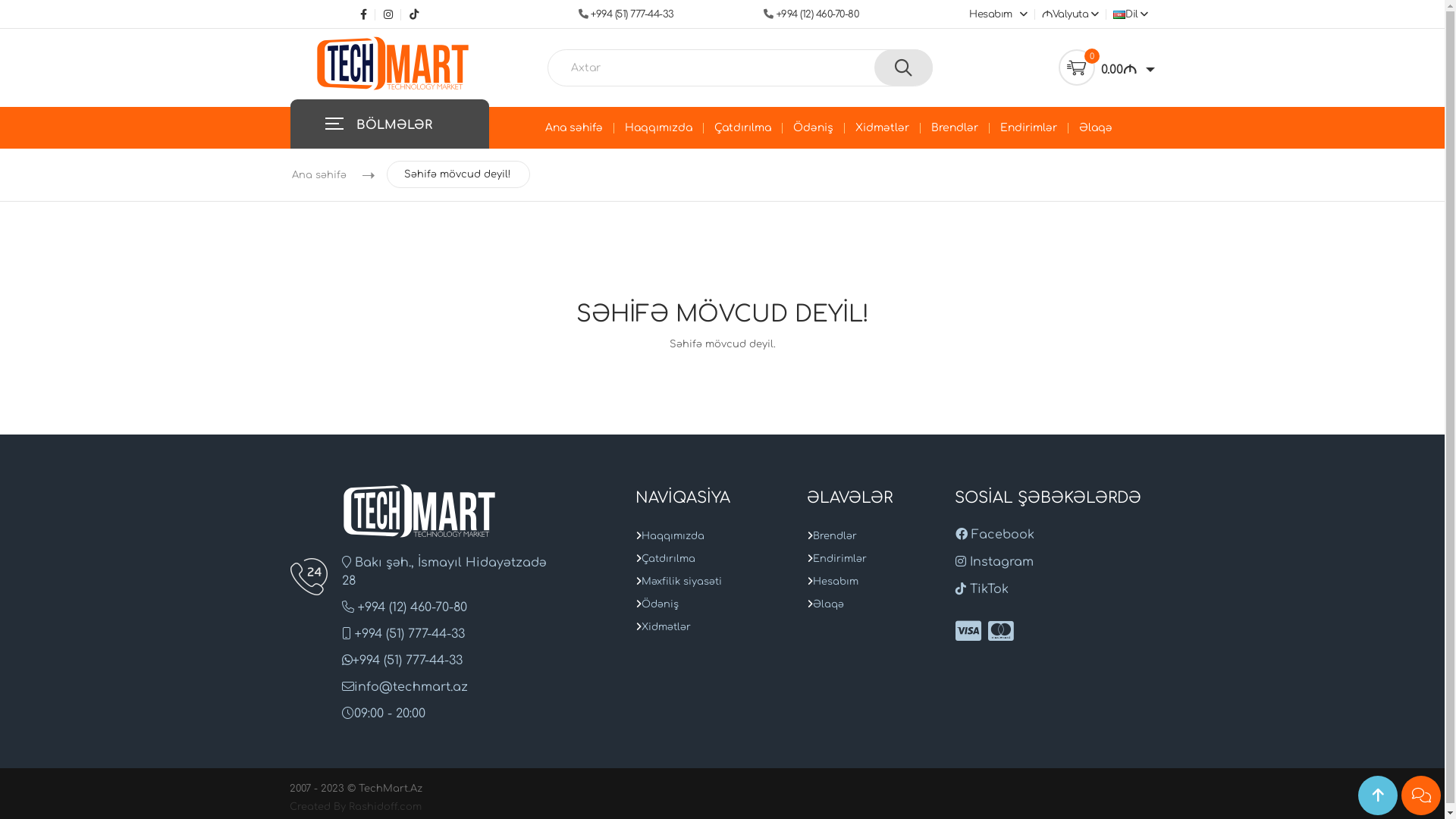 This screenshot has width=1456, height=819. Describe the element at coordinates (355, 806) in the screenshot. I see `'Created By Rashidoff.com'` at that location.